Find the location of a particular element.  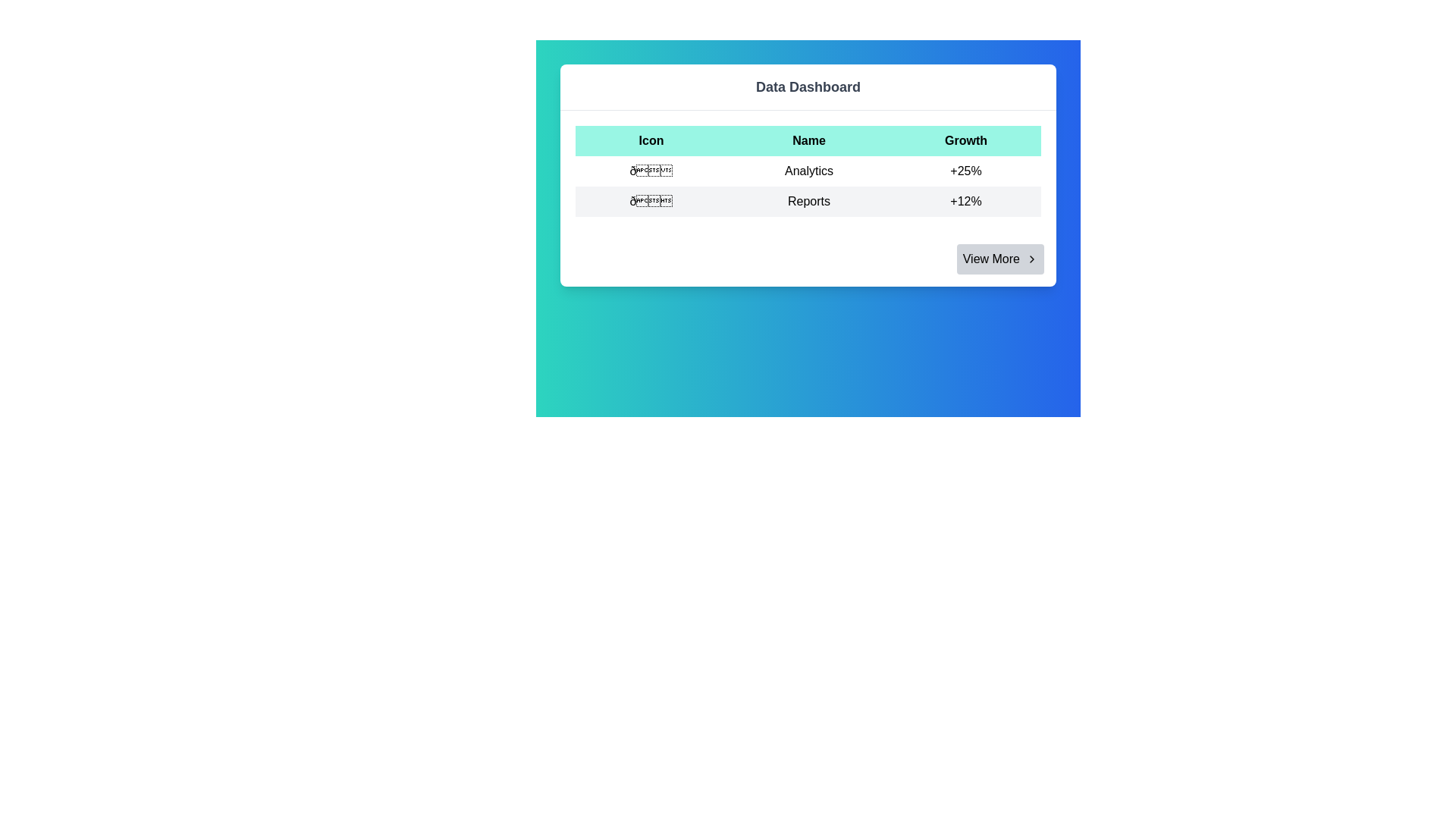

the table header row in the 'Data Dashboard' content card to interact with the labels is located at coordinates (807, 140).